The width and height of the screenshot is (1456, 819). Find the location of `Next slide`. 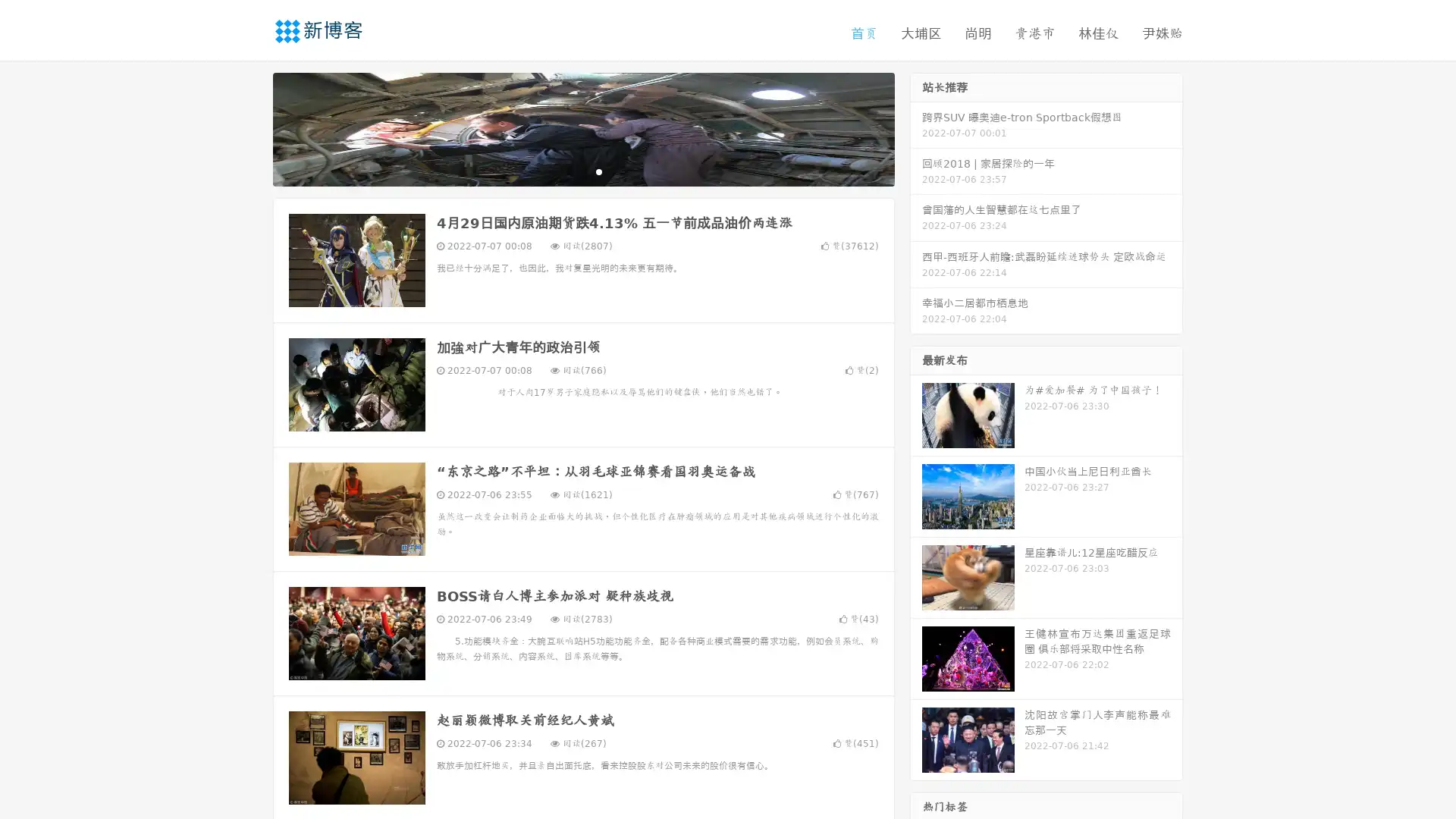

Next slide is located at coordinates (916, 127).